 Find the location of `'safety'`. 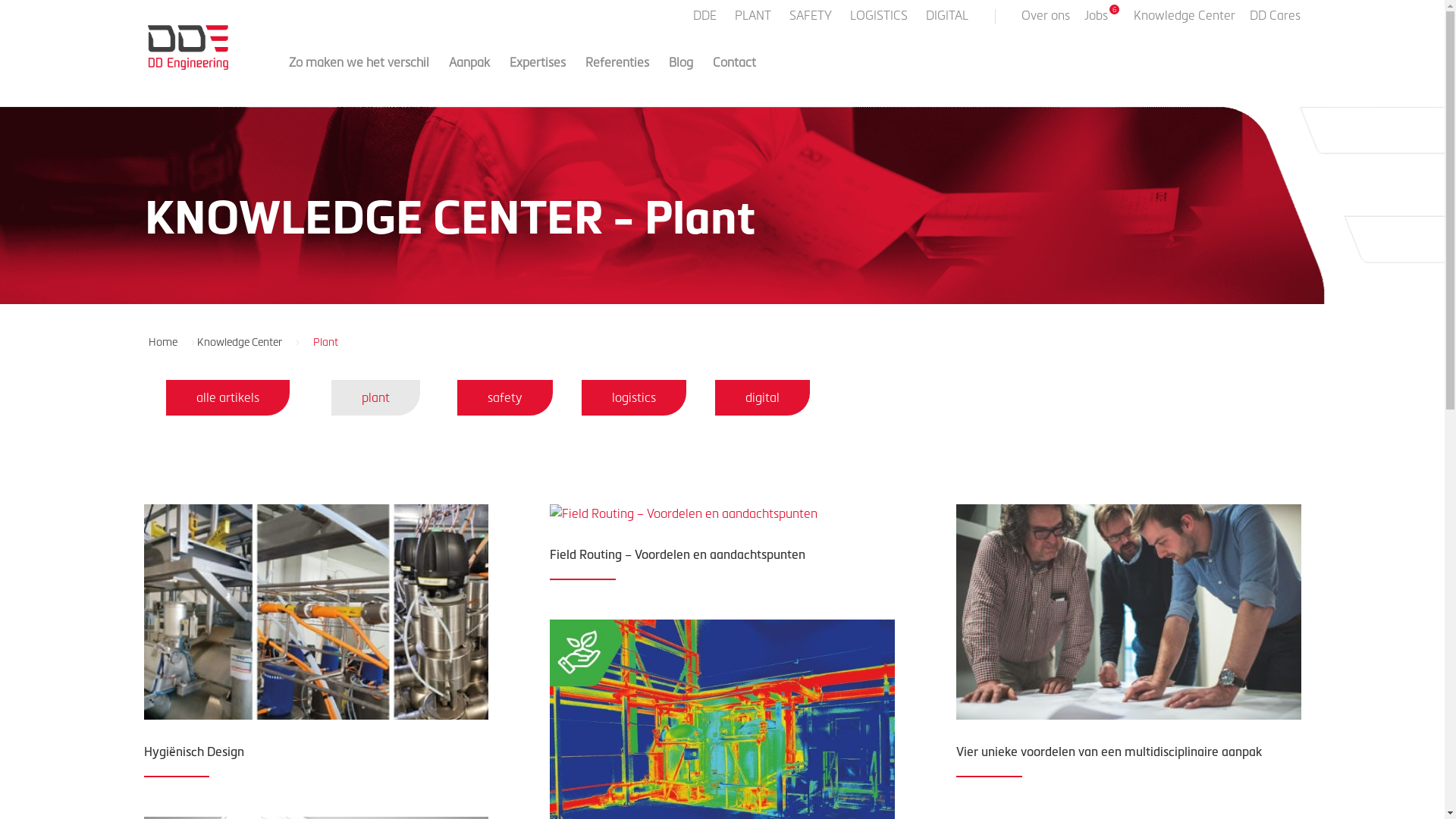

'safety' is located at coordinates (504, 397).